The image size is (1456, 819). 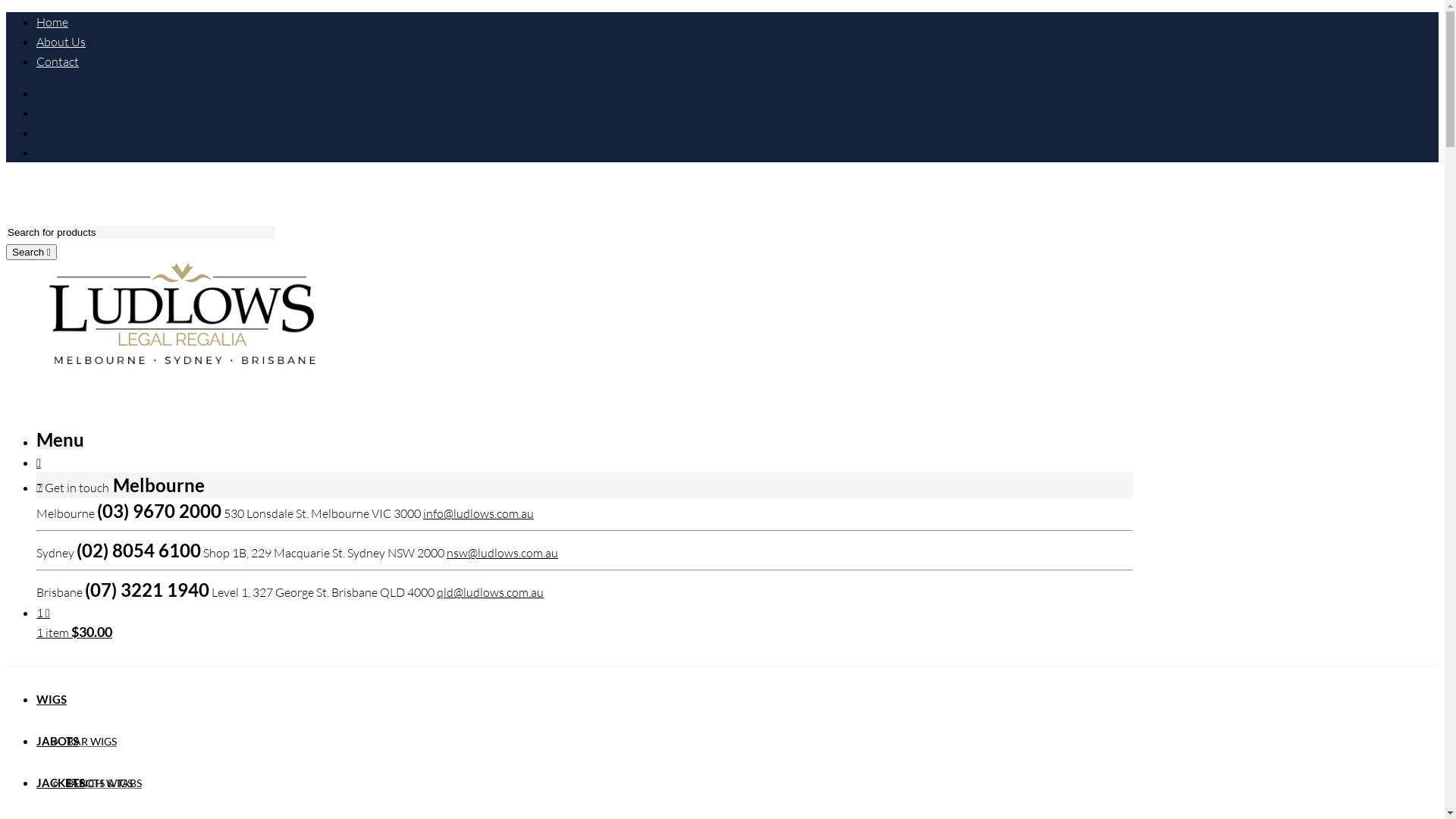 I want to click on 'BENCH WIGS', so click(x=99, y=783).